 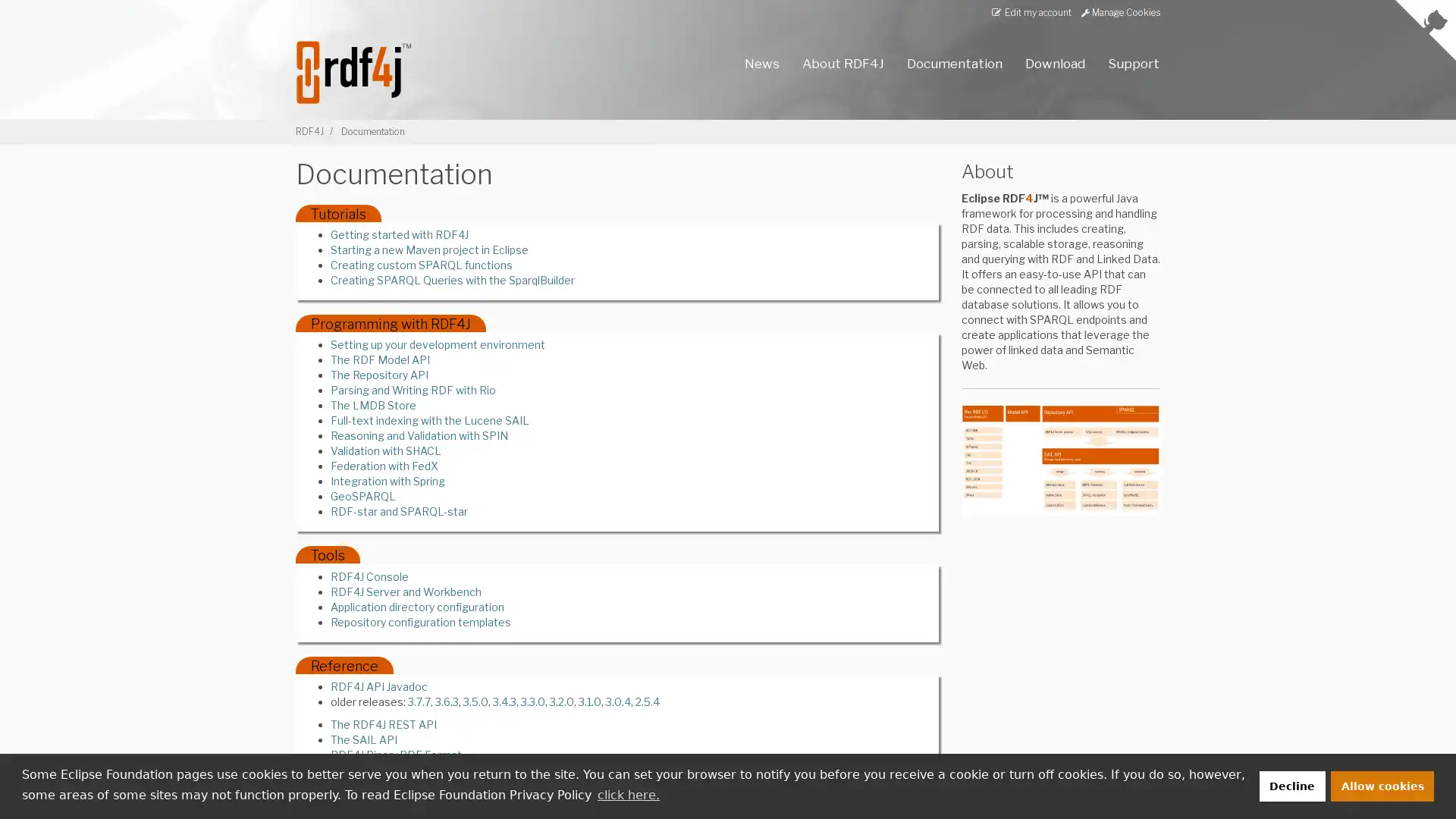 I want to click on deny cookies, so click(x=1291, y=785).